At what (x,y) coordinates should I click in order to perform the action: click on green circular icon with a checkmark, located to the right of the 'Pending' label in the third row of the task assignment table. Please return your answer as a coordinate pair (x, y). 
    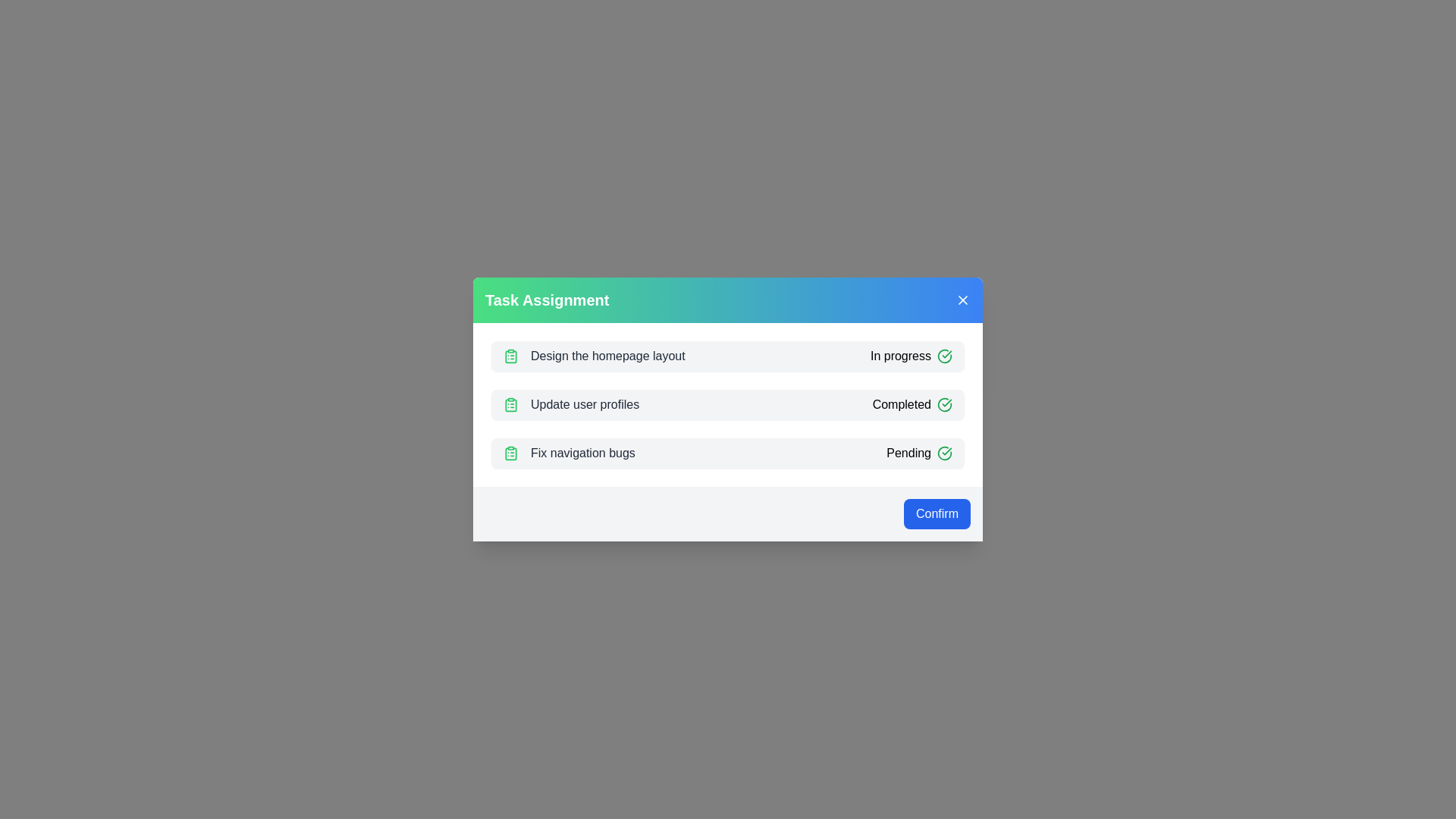
    Looking at the image, I should click on (944, 452).